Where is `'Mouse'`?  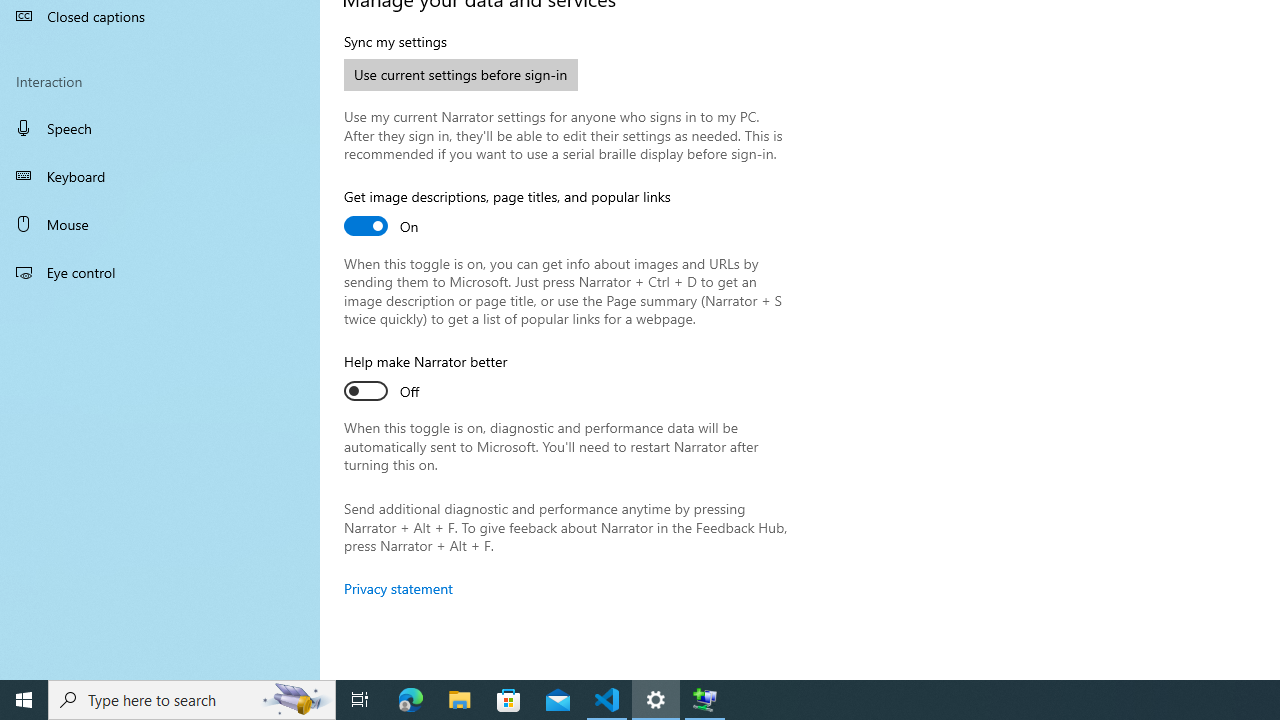 'Mouse' is located at coordinates (160, 223).